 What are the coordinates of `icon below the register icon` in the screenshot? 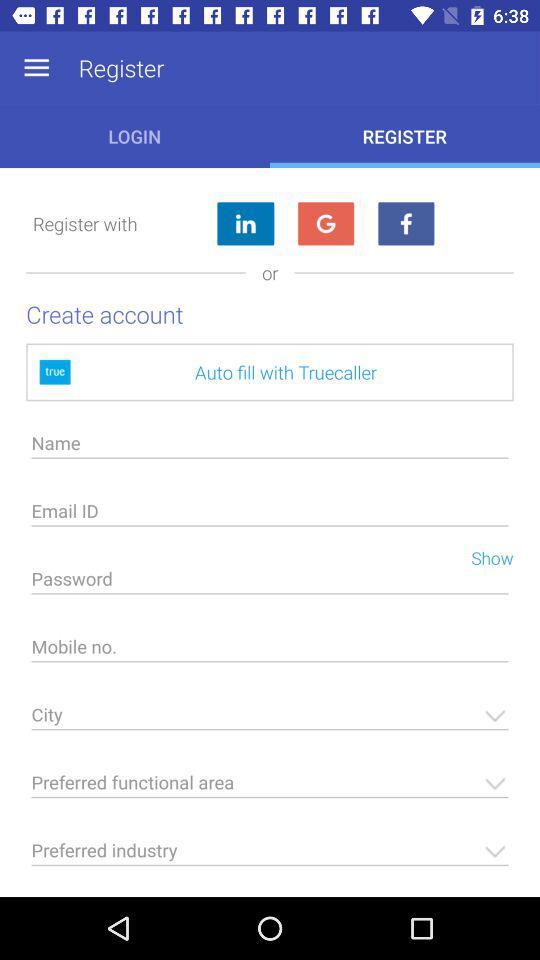 It's located at (405, 224).